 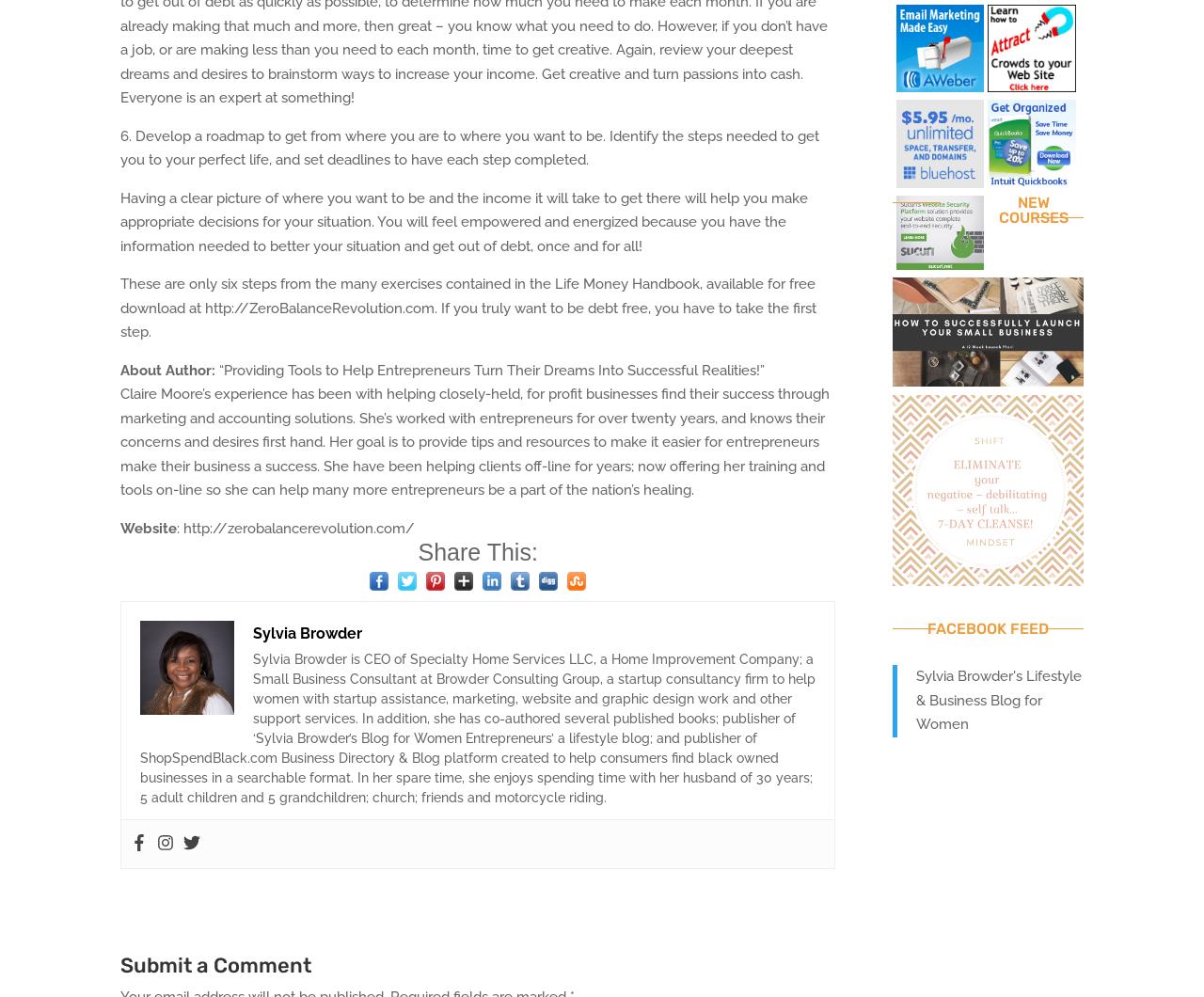 I want to click on '“Providing Tools to Help Entrepreneurs Turn Their Dreams Into Successful Realities!”', so click(x=214, y=370).